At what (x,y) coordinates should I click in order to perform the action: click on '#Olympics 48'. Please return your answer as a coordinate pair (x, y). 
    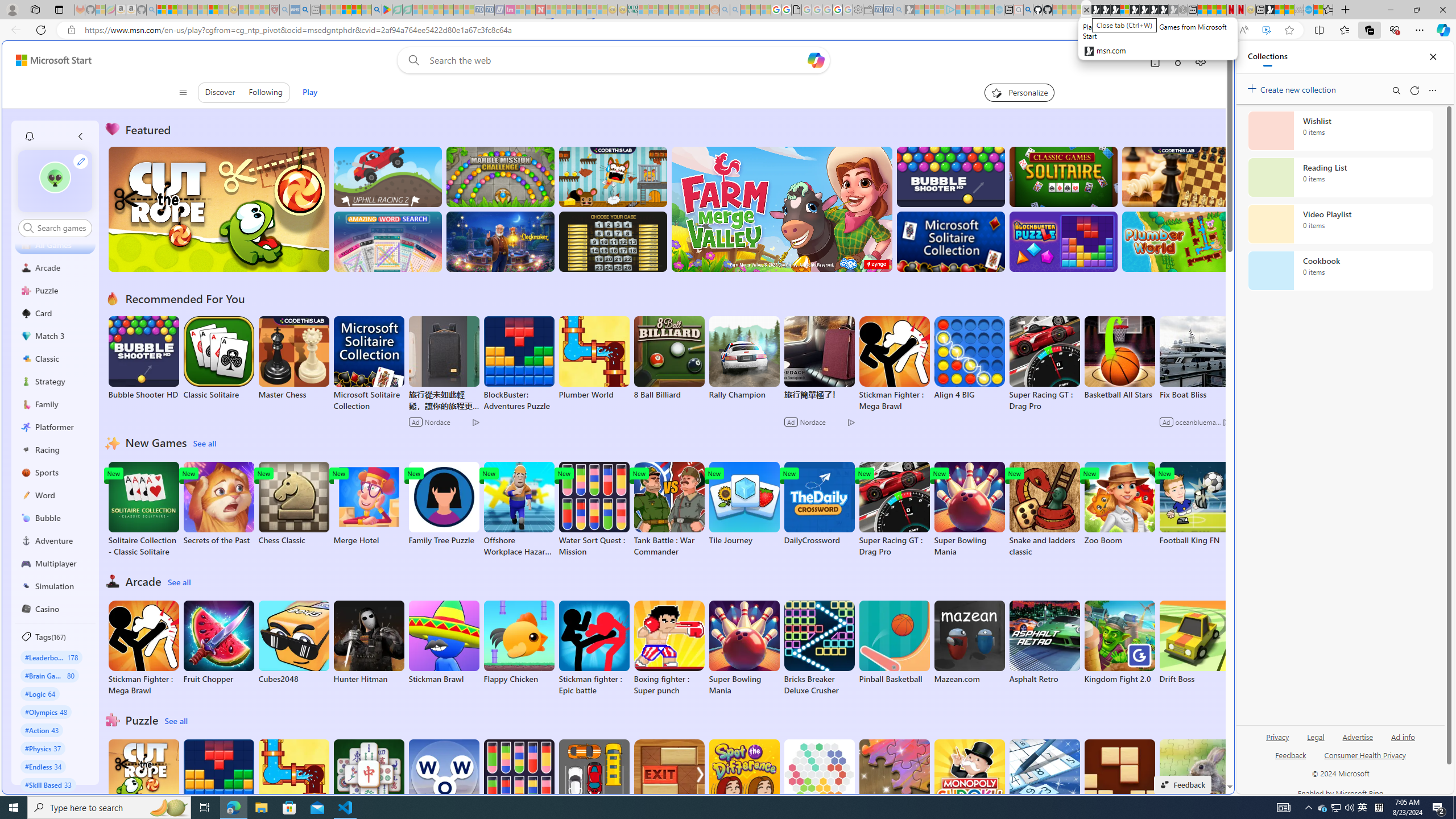
    Looking at the image, I should click on (46, 712).